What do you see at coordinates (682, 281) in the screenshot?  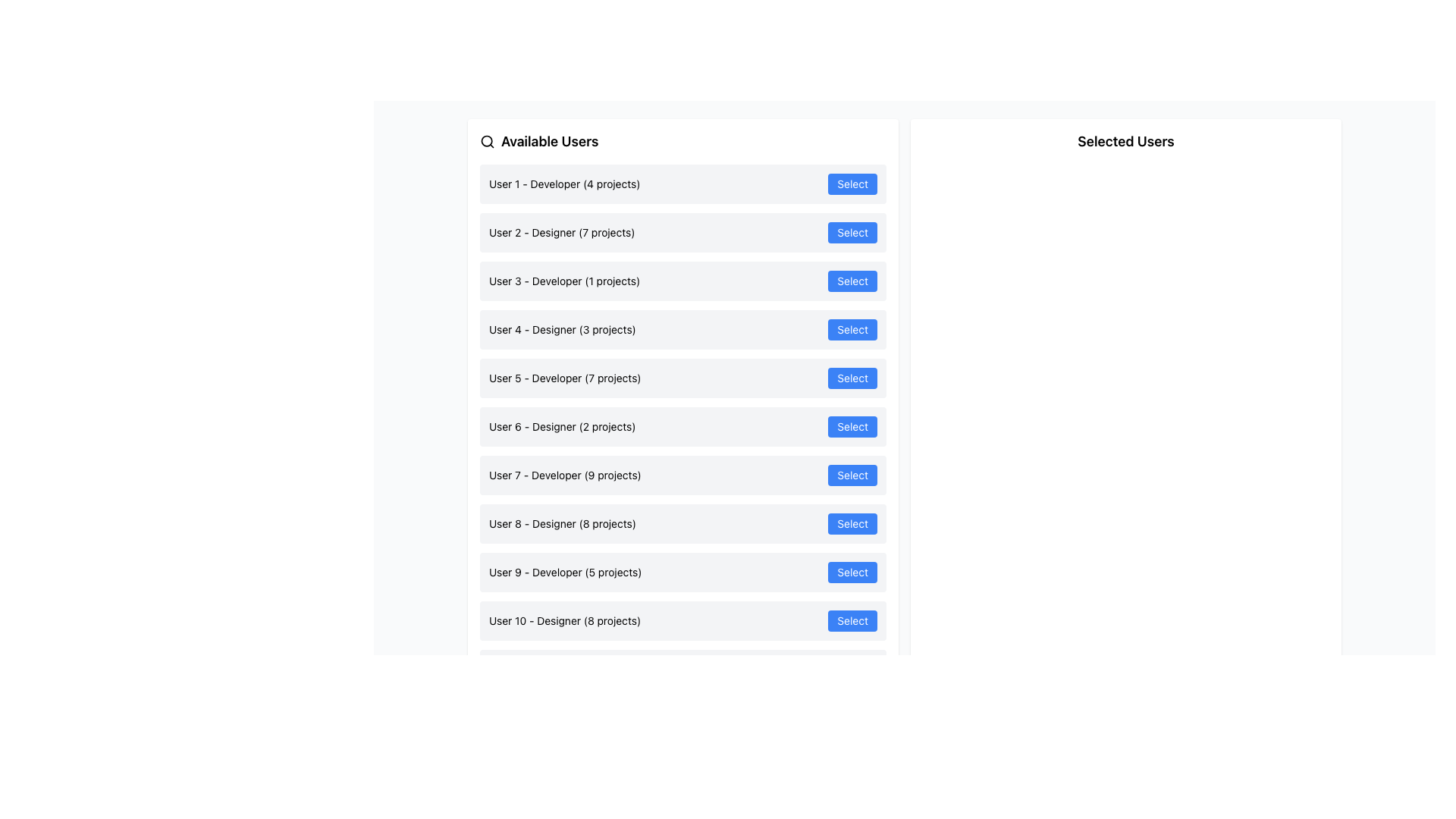 I see `the 'Select' button on the third list entry for 'User 3 - Developer (1 projects)' to choose the user` at bounding box center [682, 281].